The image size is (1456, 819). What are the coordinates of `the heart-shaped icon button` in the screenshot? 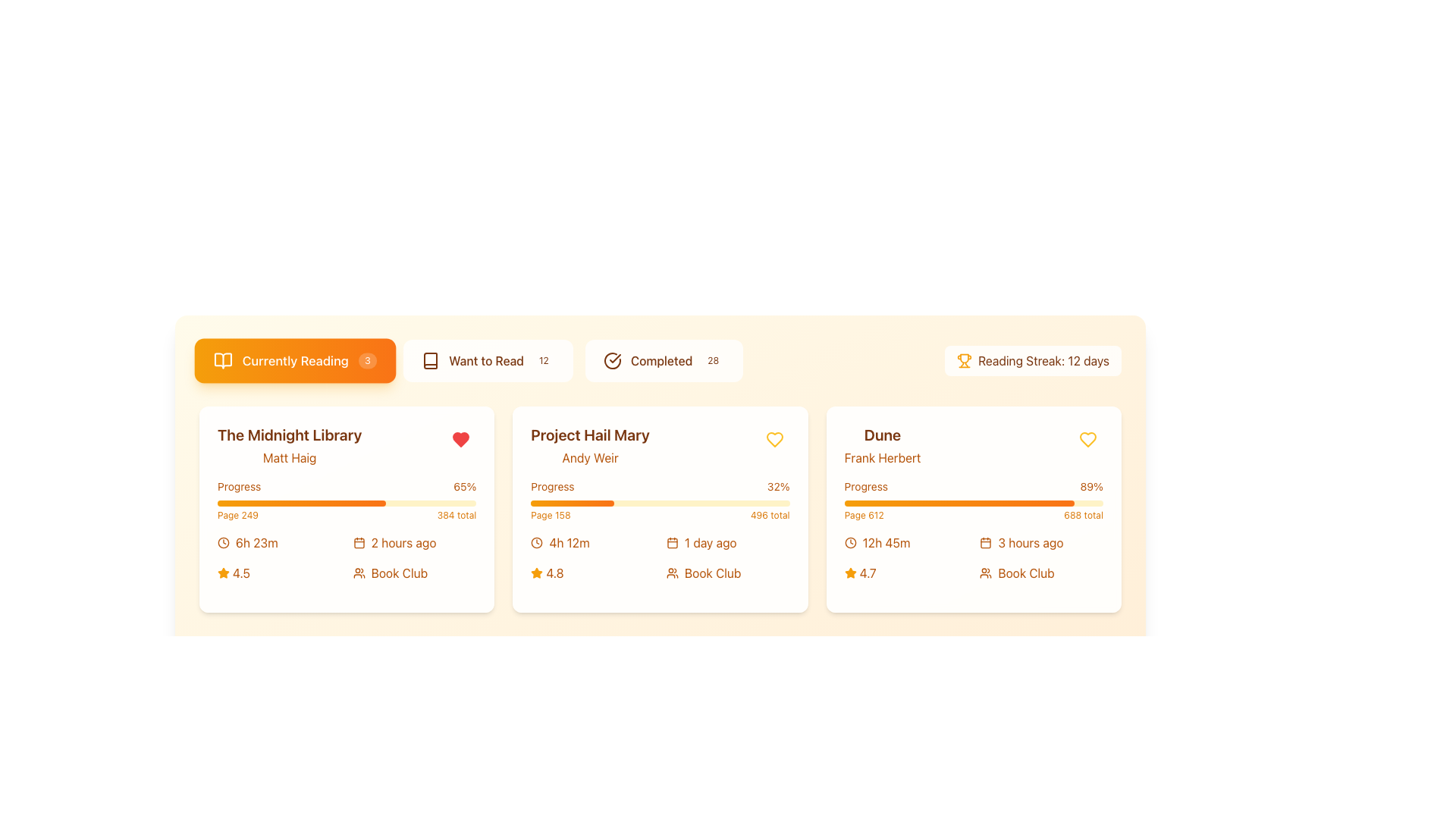 It's located at (1087, 439).